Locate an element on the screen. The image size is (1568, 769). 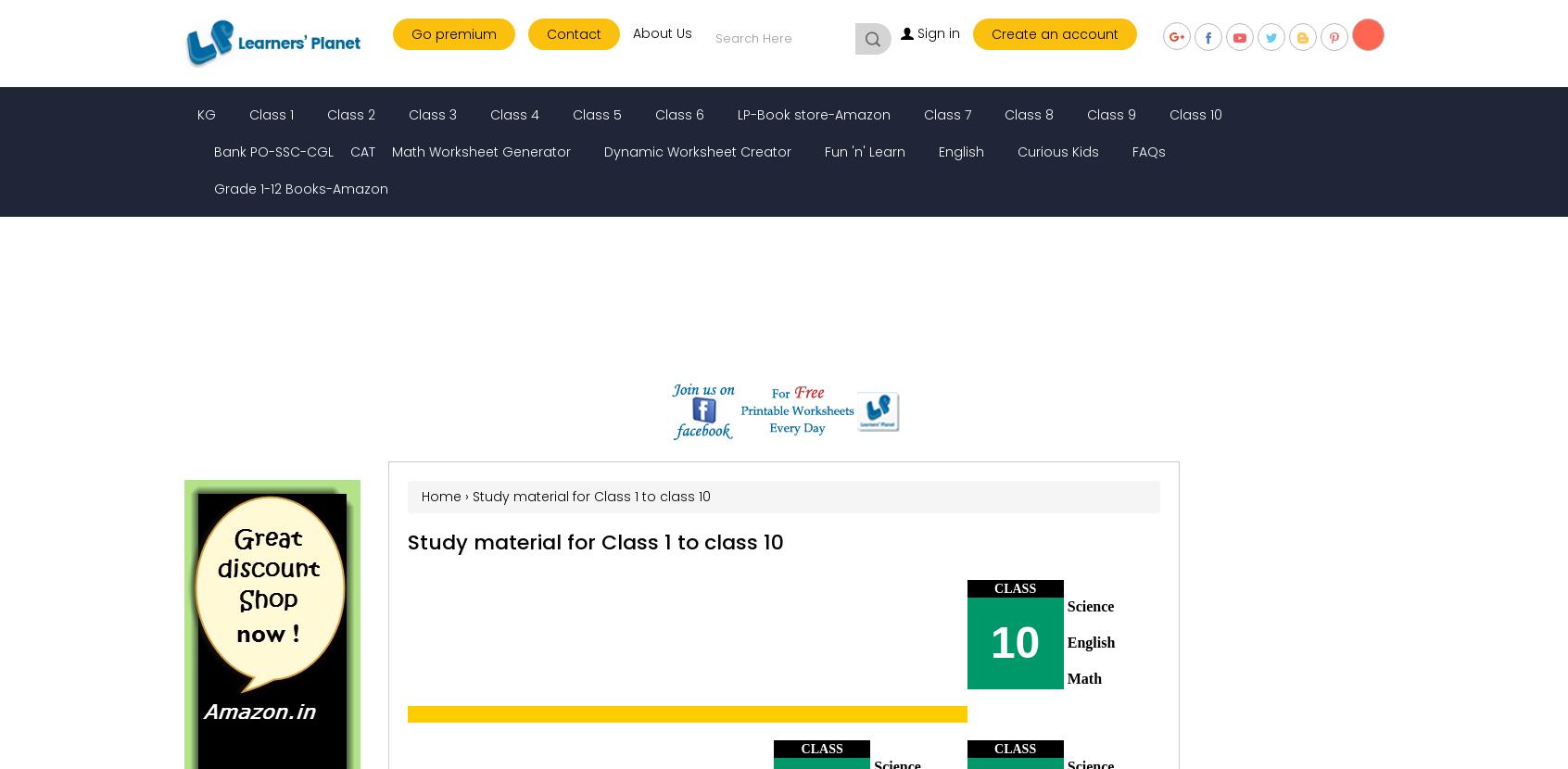
'Sign in' is located at coordinates (916, 32).